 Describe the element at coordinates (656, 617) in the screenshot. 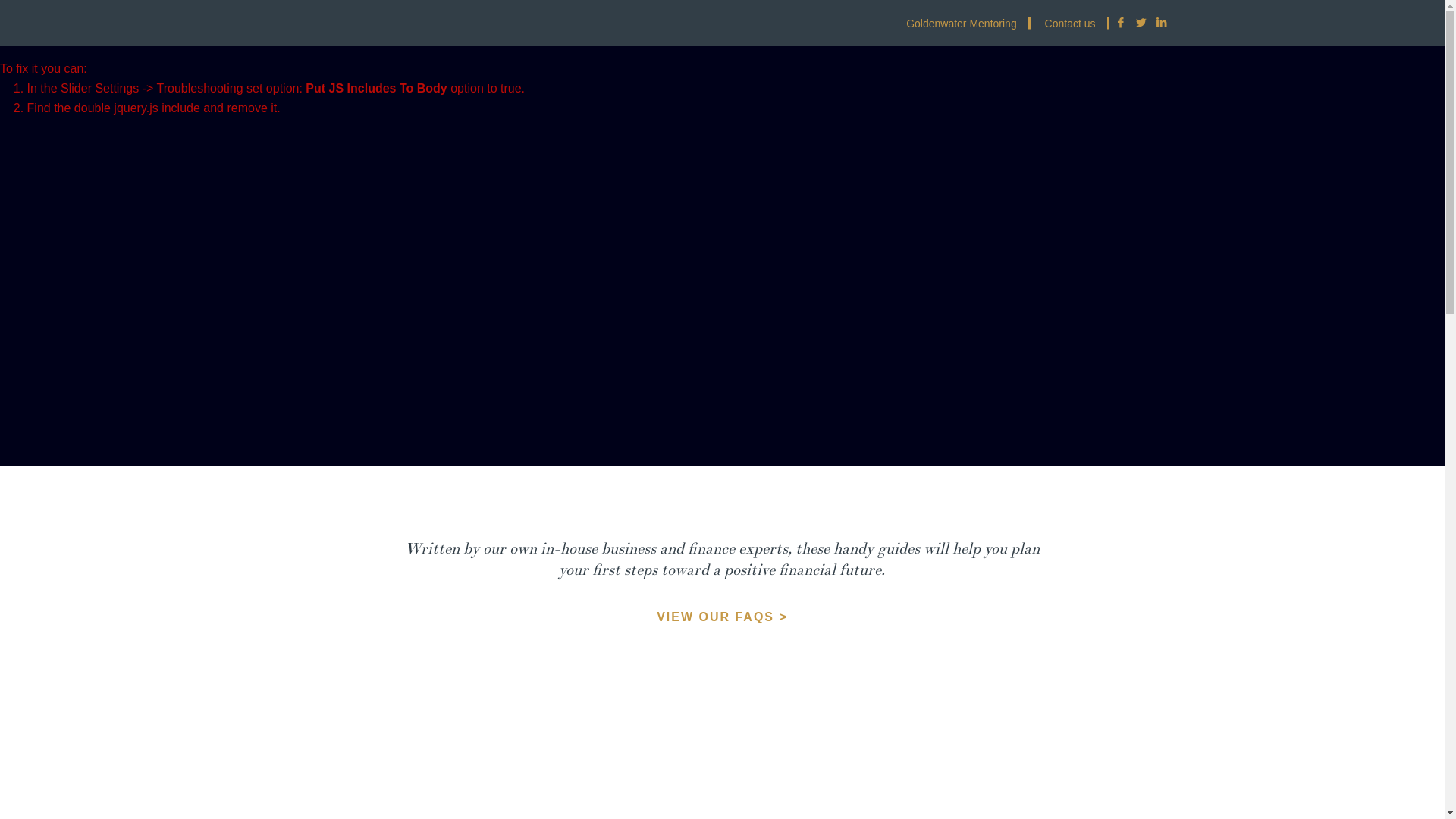

I see `'VIEW OUR FAQS >'` at that location.